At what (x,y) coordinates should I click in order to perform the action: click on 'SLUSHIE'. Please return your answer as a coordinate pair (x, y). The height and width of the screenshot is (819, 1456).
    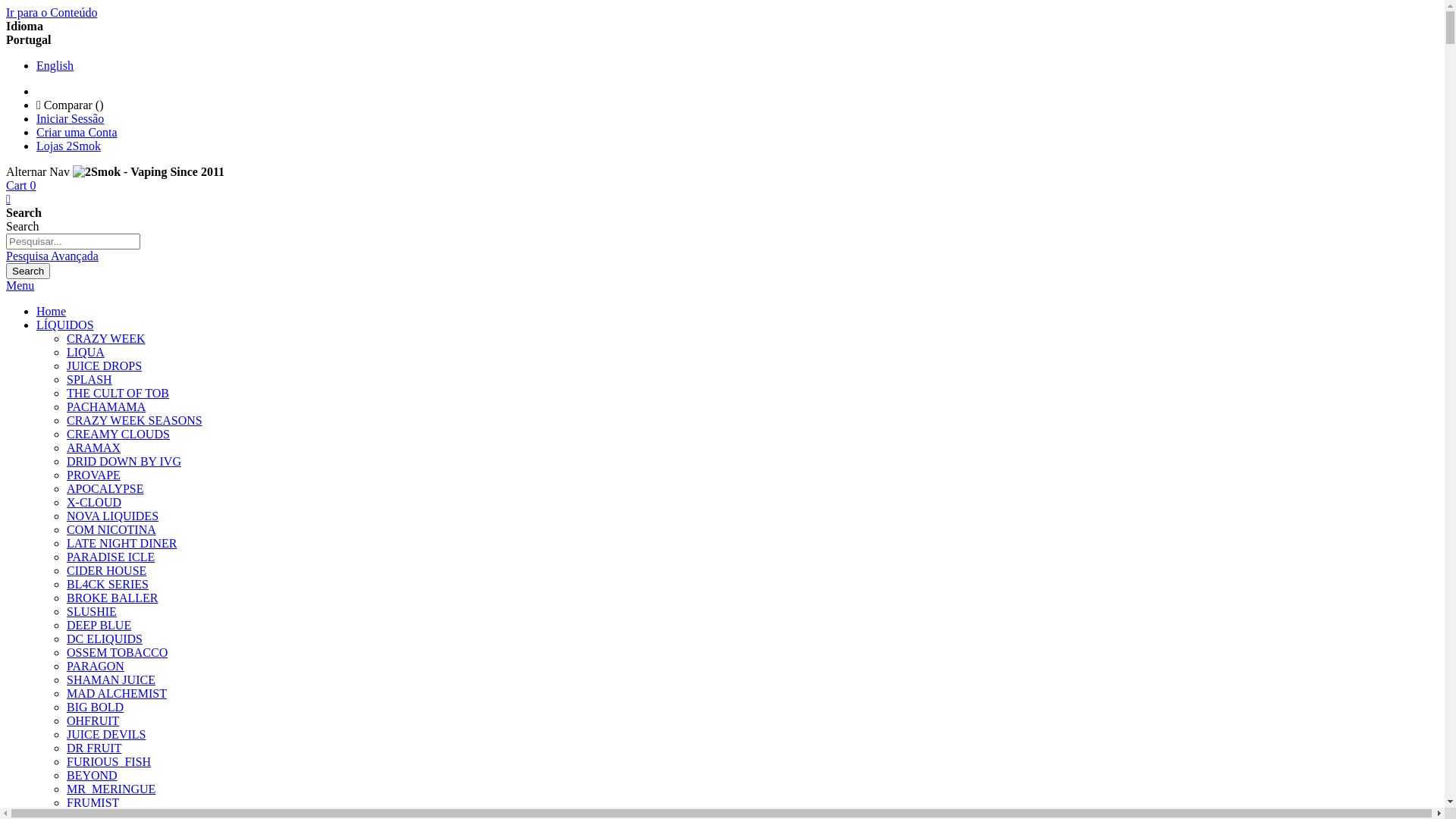
    Looking at the image, I should click on (90, 610).